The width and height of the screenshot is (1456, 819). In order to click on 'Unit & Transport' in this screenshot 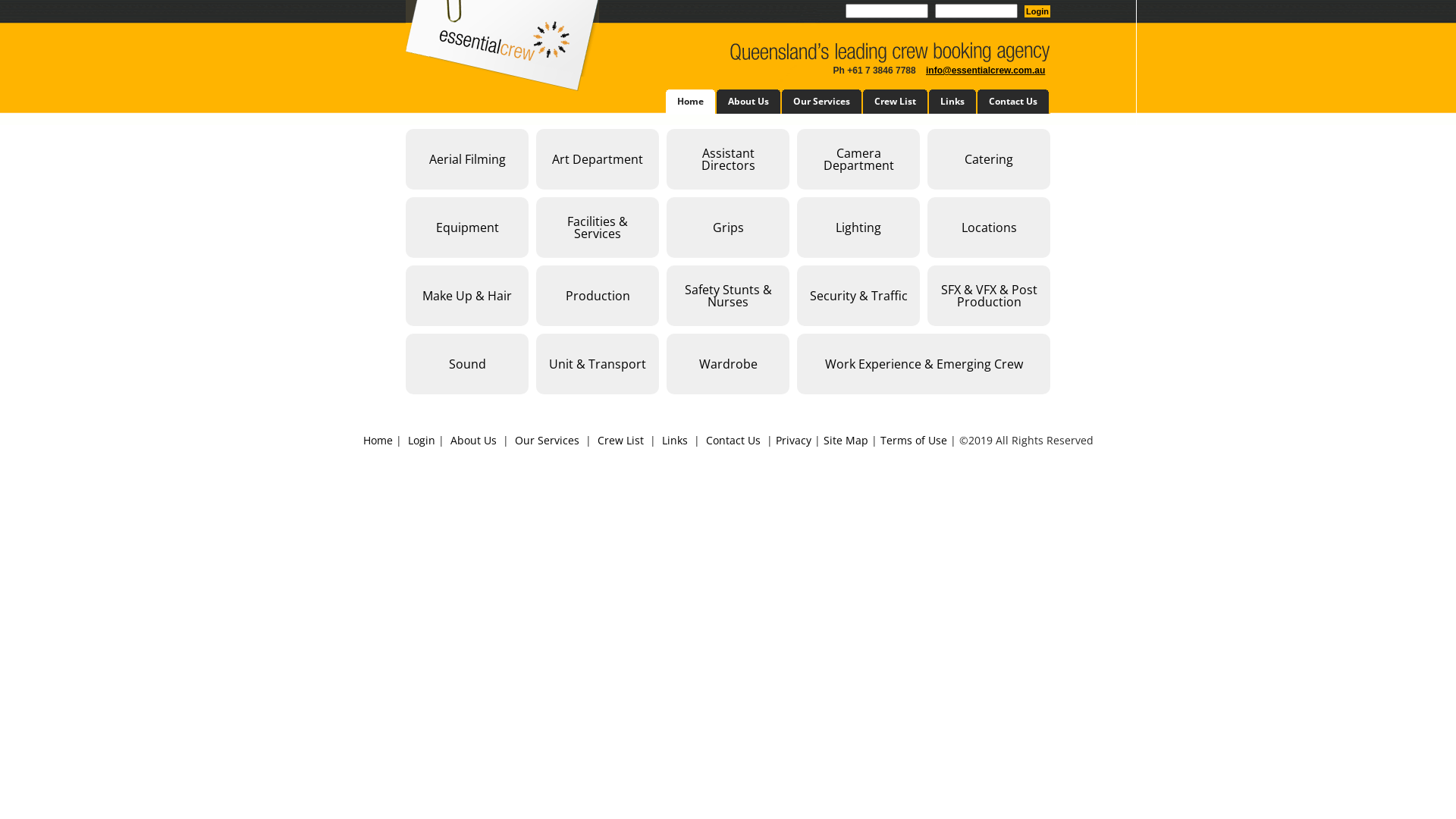, I will do `click(596, 363)`.